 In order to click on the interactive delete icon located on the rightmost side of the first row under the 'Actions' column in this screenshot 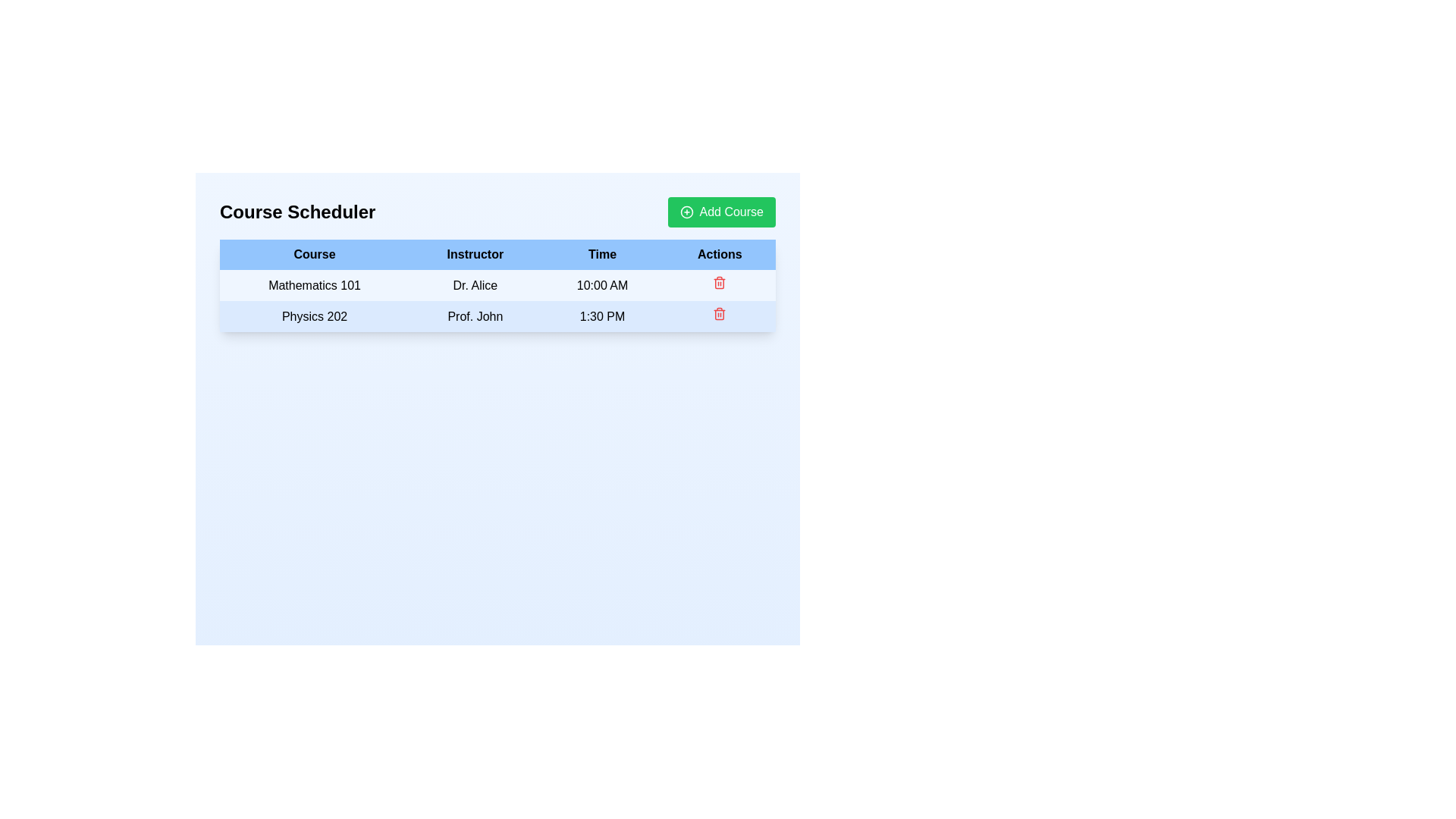, I will do `click(719, 285)`.